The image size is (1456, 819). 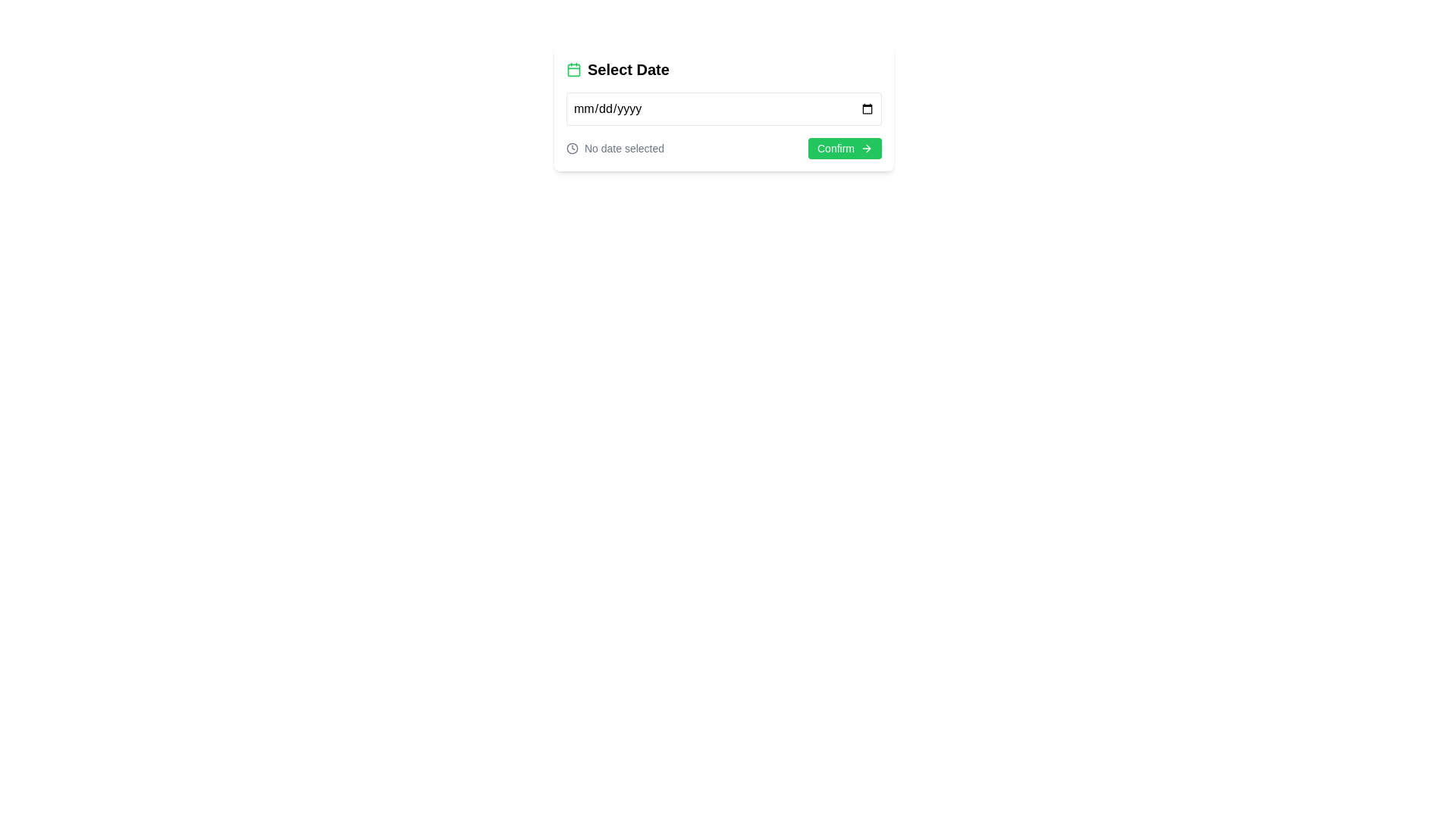 I want to click on the confirm button located to the right of the text 'No date selected', so click(x=844, y=149).